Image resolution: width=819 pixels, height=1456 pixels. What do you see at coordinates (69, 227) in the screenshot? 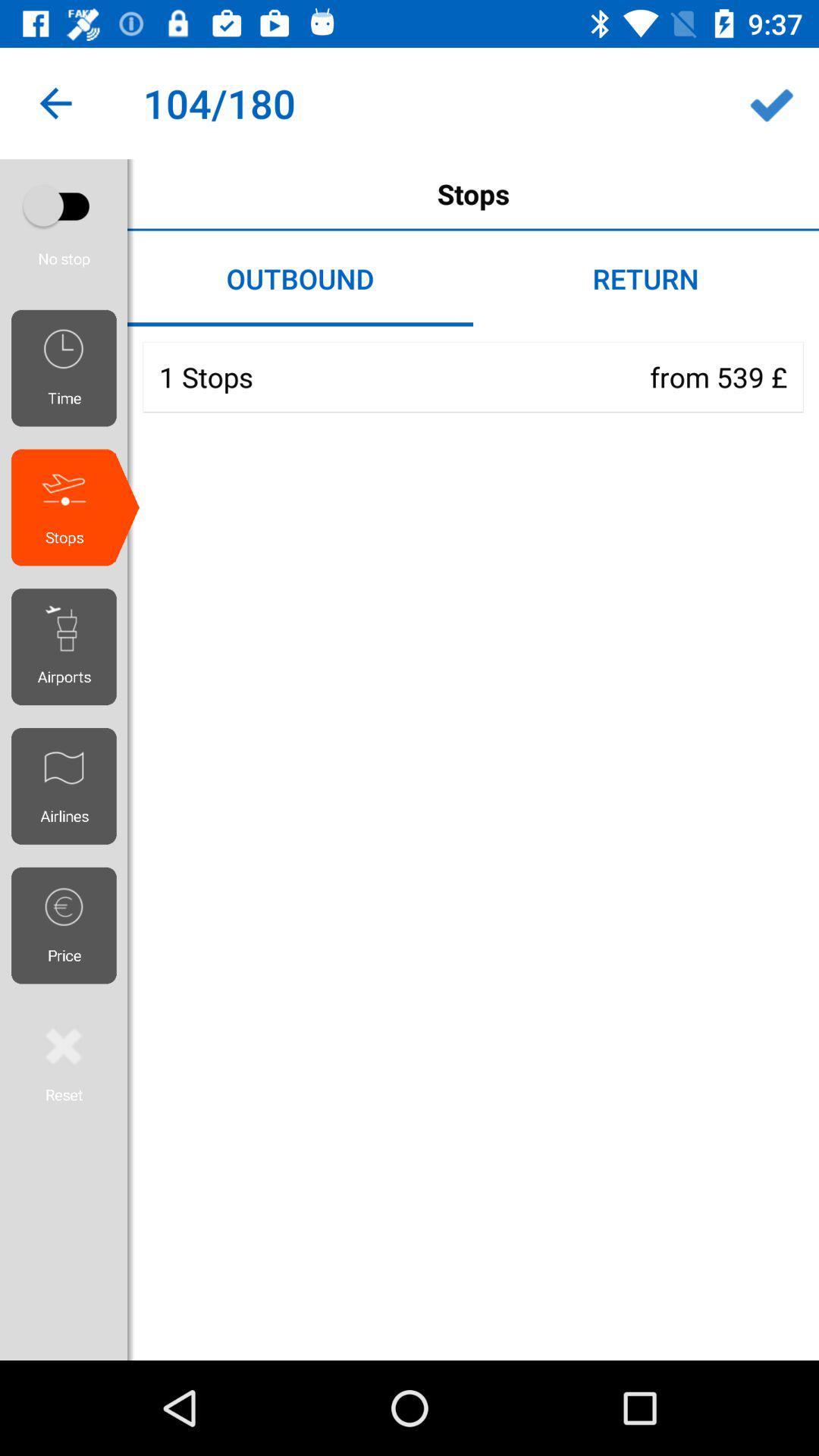
I see `the item to the left of the outbound item` at bounding box center [69, 227].